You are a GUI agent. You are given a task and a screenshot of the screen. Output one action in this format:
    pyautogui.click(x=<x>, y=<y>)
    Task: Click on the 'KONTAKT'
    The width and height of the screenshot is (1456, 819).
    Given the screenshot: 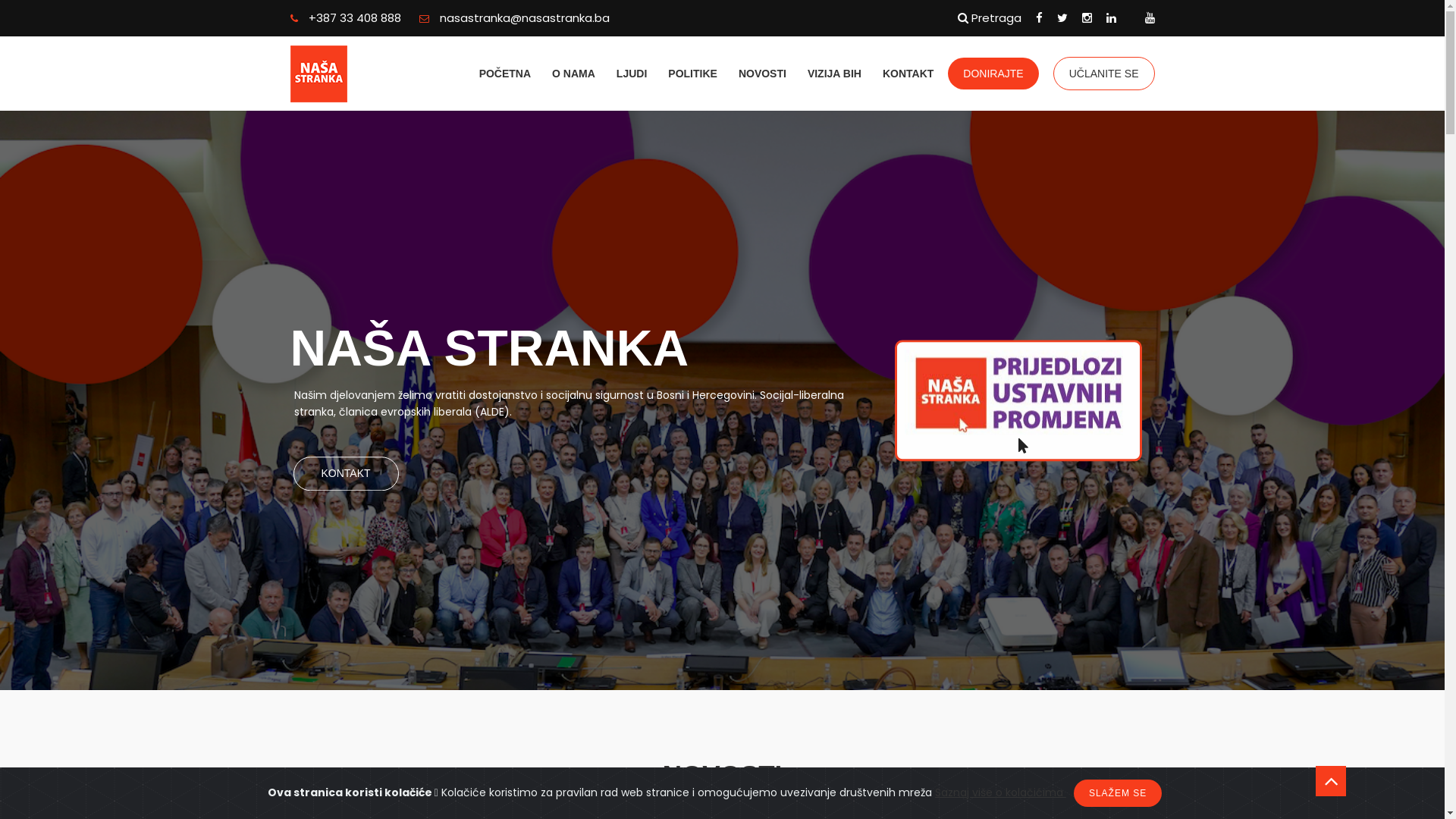 What is the action you would take?
    pyautogui.click(x=344, y=472)
    